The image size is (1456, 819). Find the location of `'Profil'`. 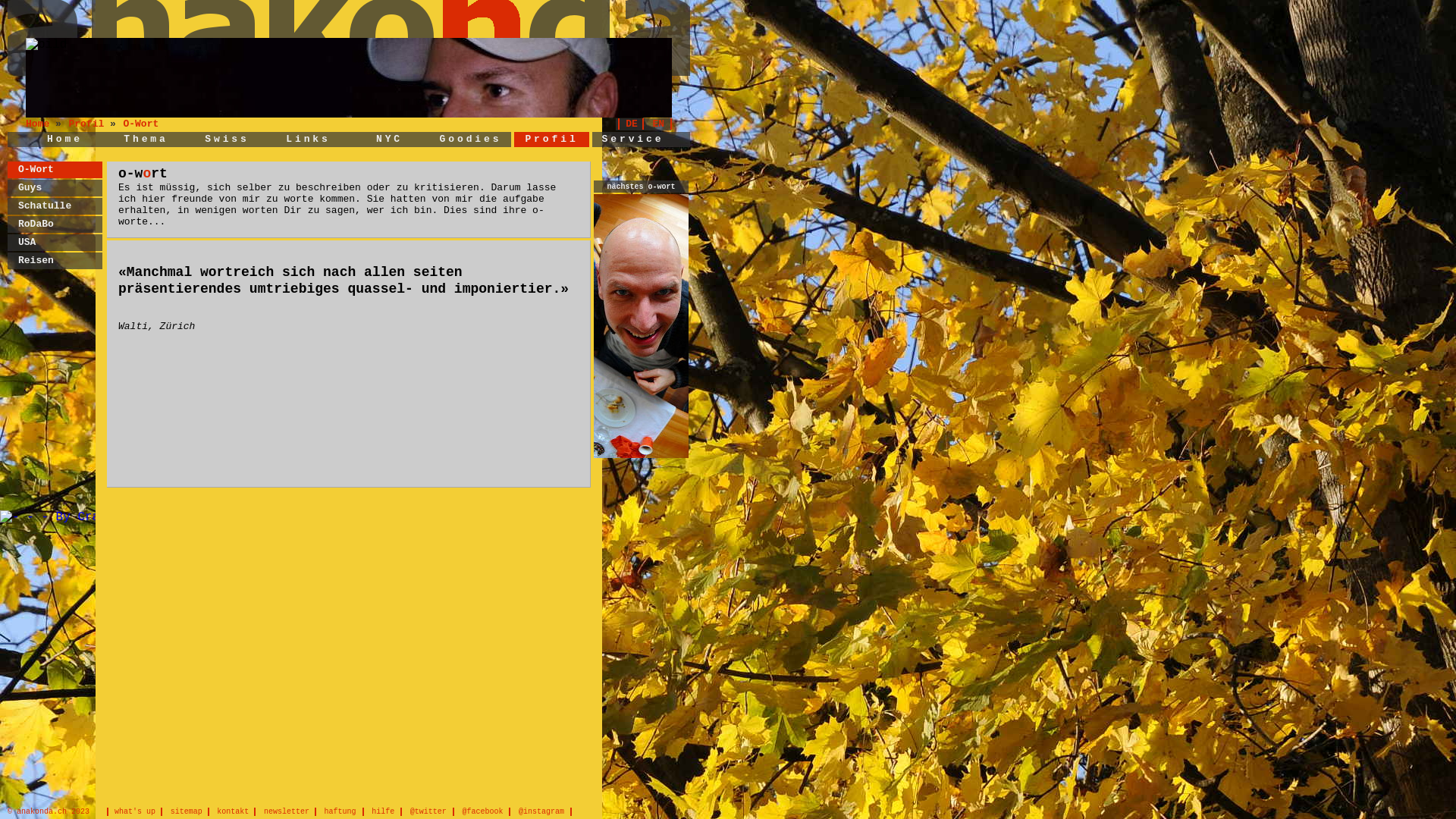

'Profil' is located at coordinates (67, 123).